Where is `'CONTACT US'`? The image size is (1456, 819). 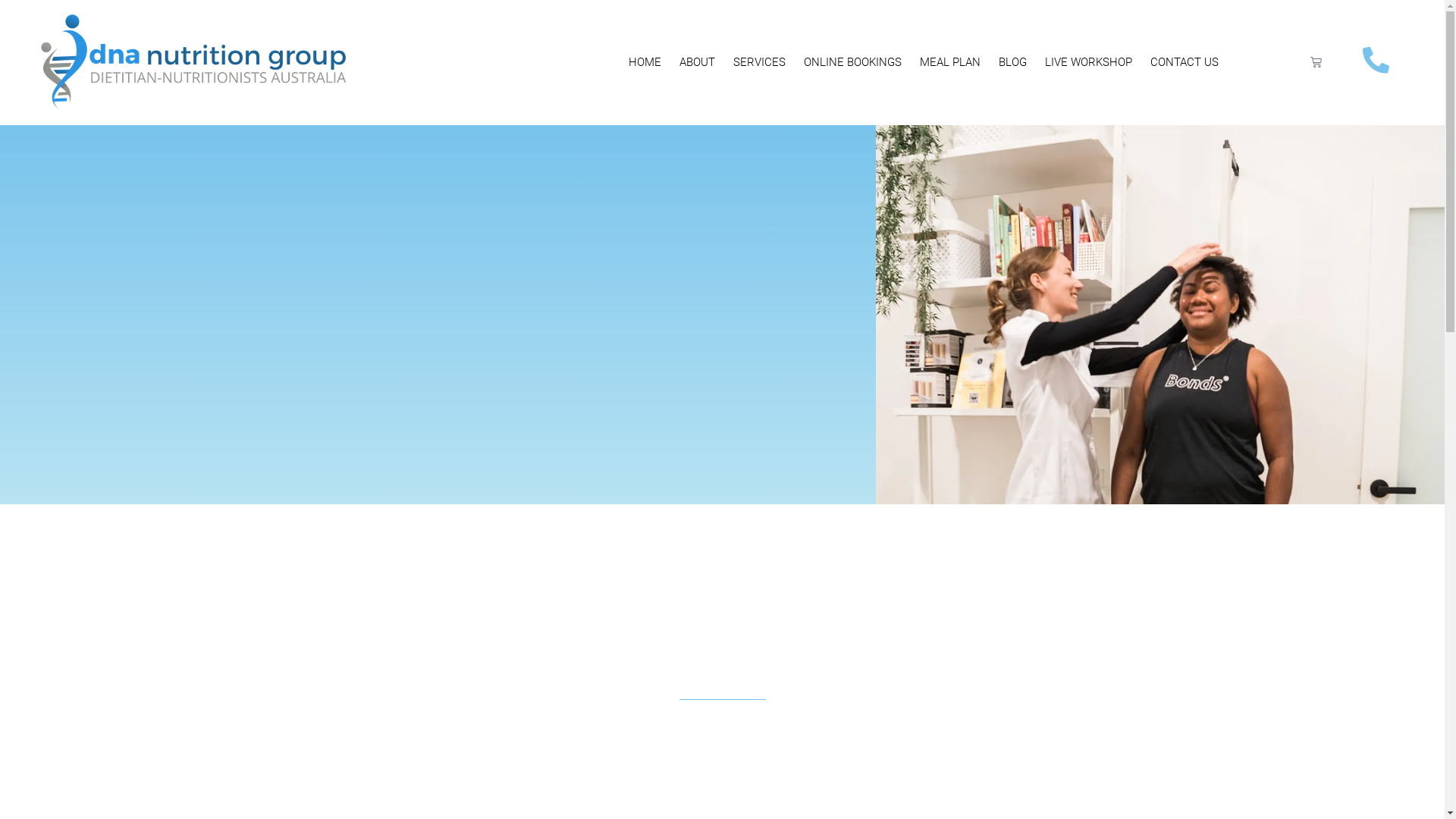
'CONTACT US' is located at coordinates (1183, 61).